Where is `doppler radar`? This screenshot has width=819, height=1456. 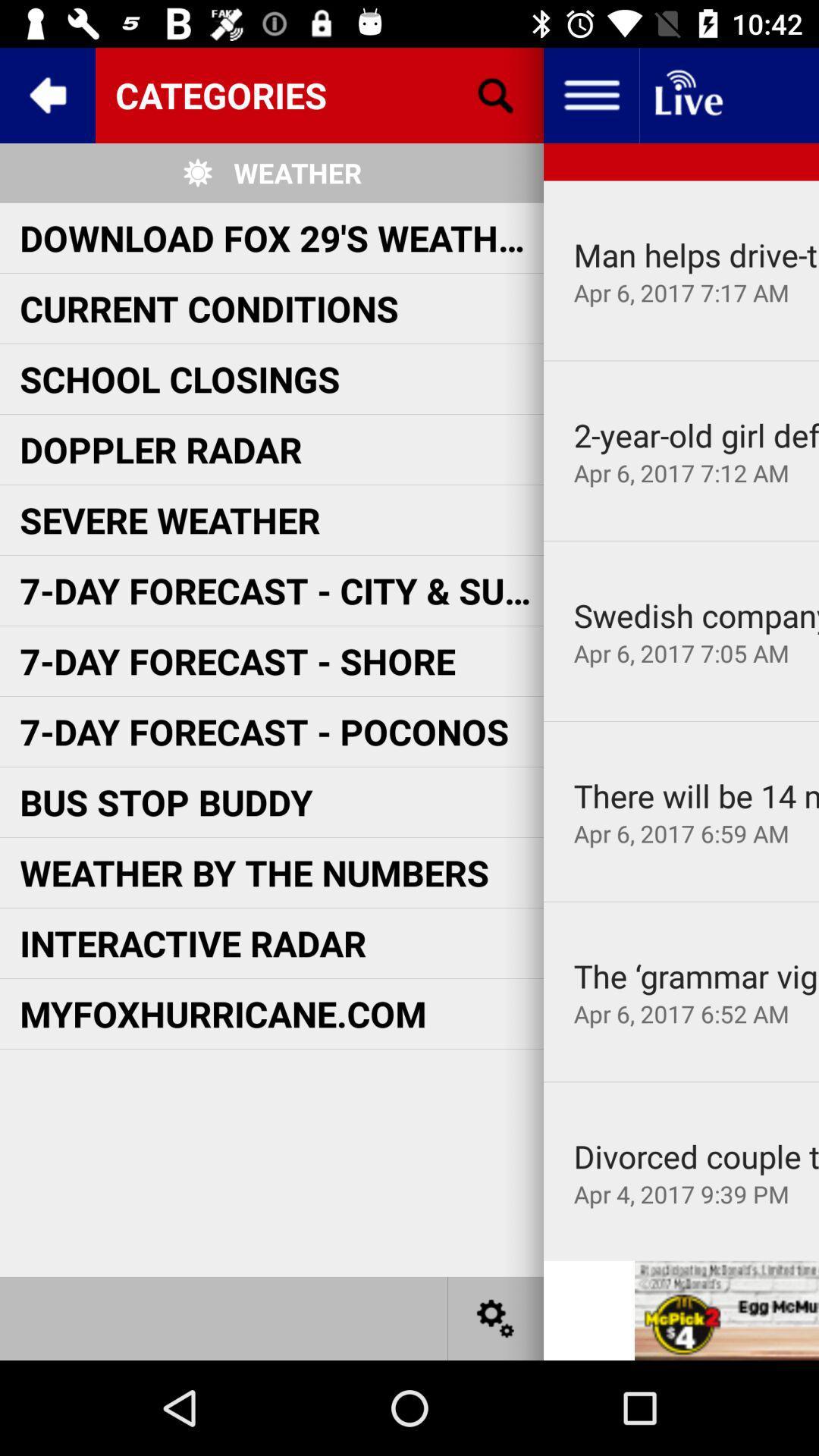 doppler radar is located at coordinates (161, 448).